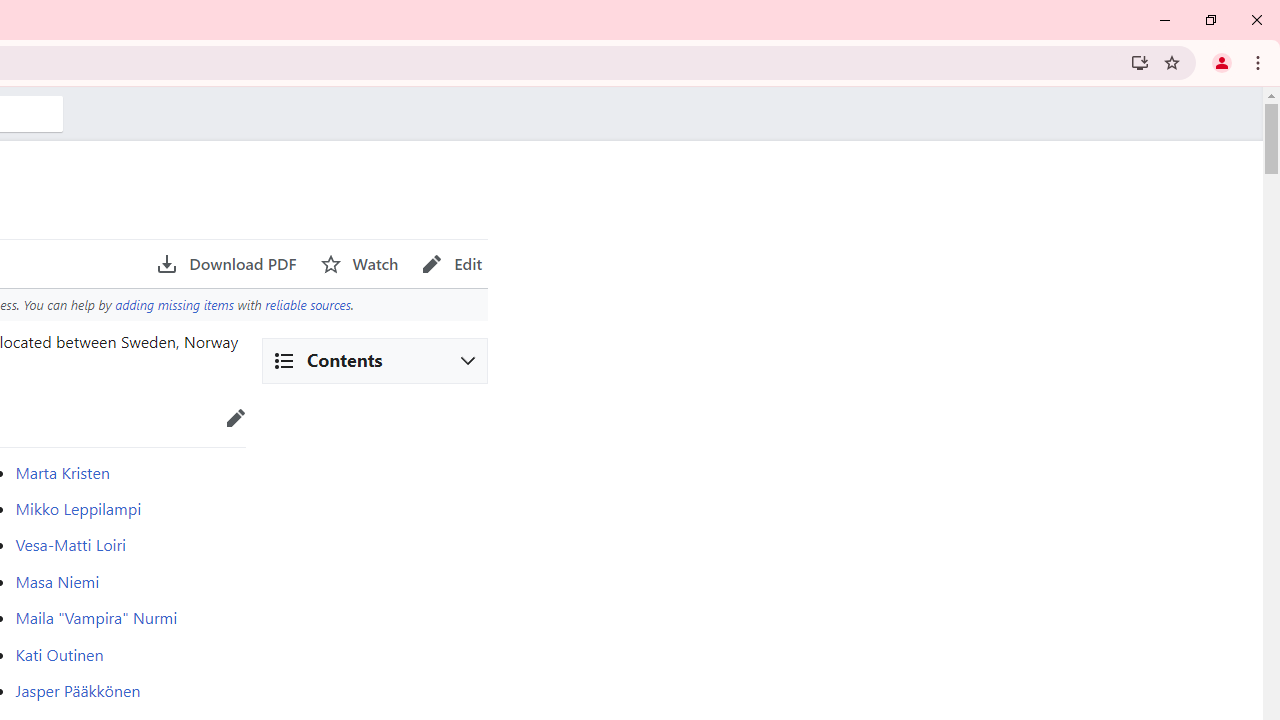 The width and height of the screenshot is (1280, 720). Describe the element at coordinates (95, 617) in the screenshot. I see `'Maila "Vampira" Nurmi'` at that location.